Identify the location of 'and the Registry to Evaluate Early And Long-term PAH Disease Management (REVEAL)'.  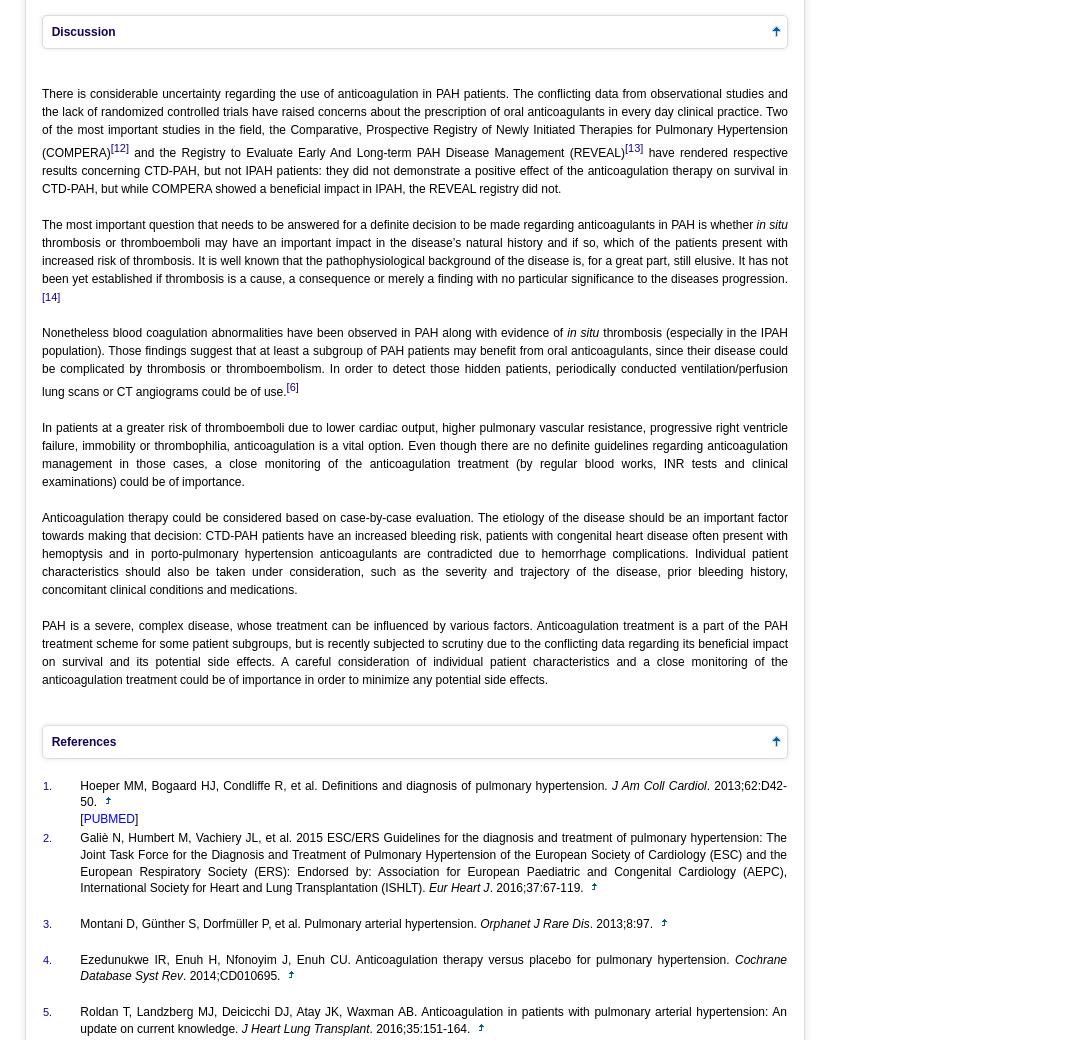
(376, 152).